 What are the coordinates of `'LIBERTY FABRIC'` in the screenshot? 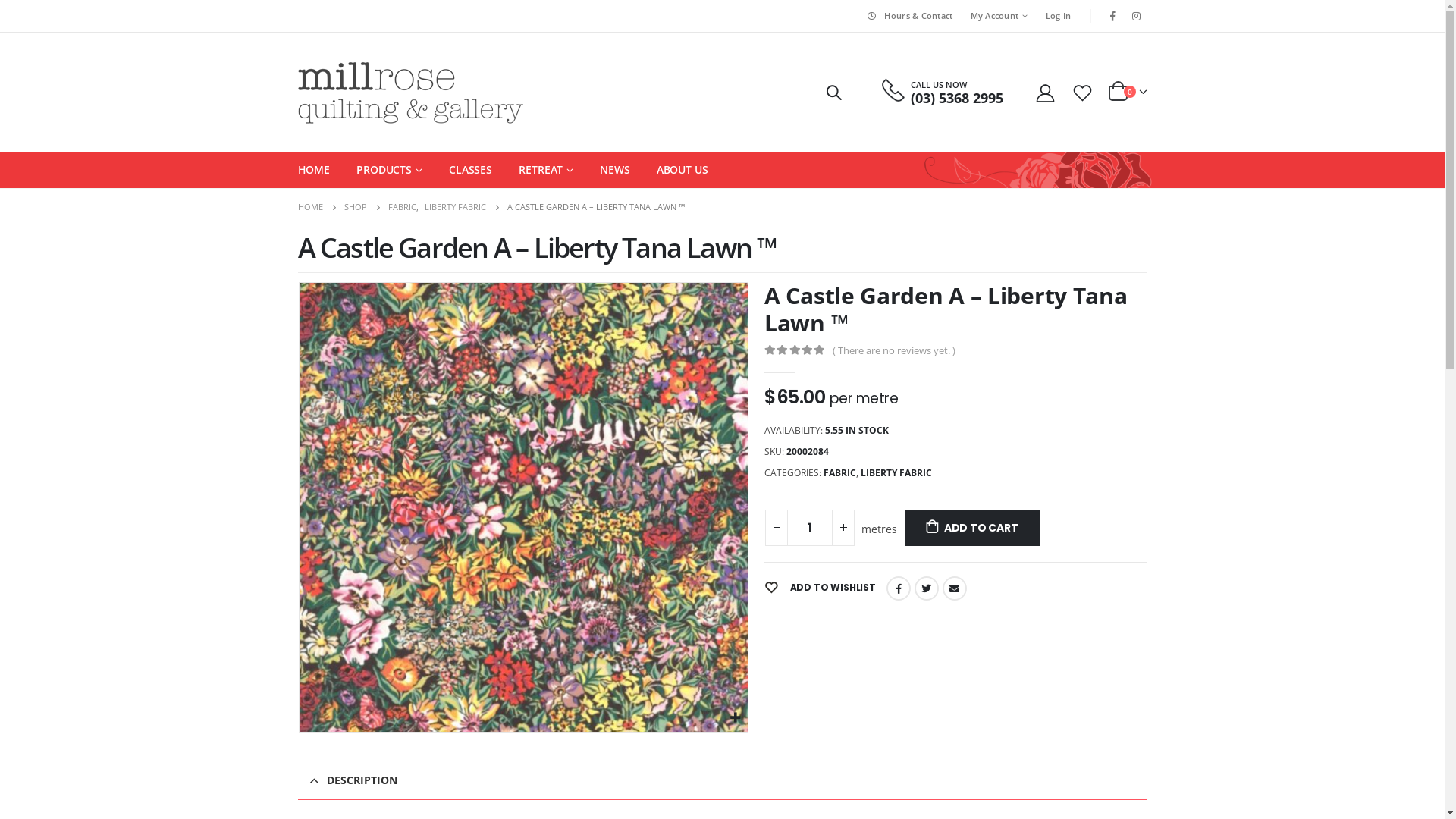 It's located at (896, 472).